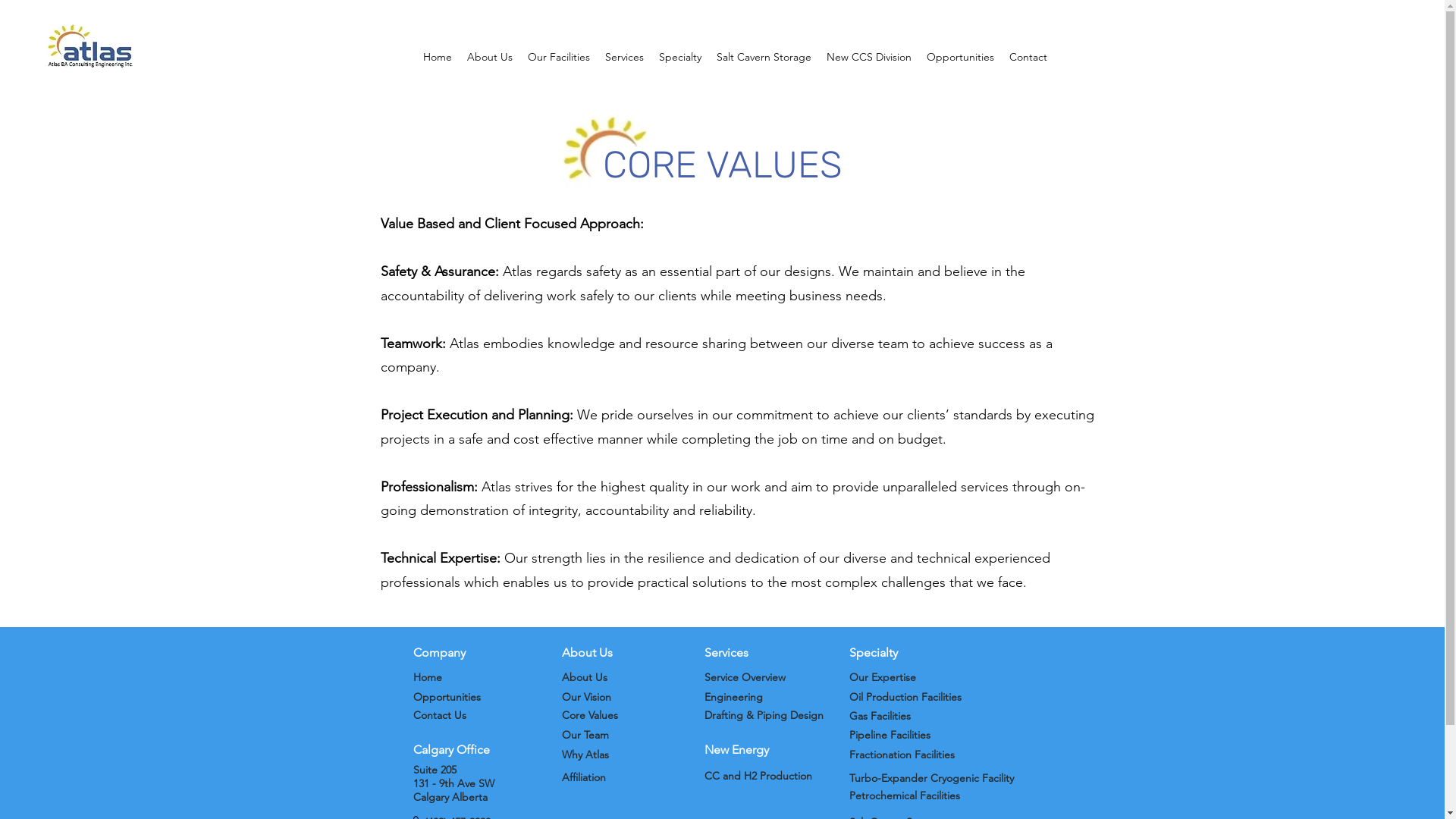  I want to click on 'CC and H2 Production', so click(757, 775).